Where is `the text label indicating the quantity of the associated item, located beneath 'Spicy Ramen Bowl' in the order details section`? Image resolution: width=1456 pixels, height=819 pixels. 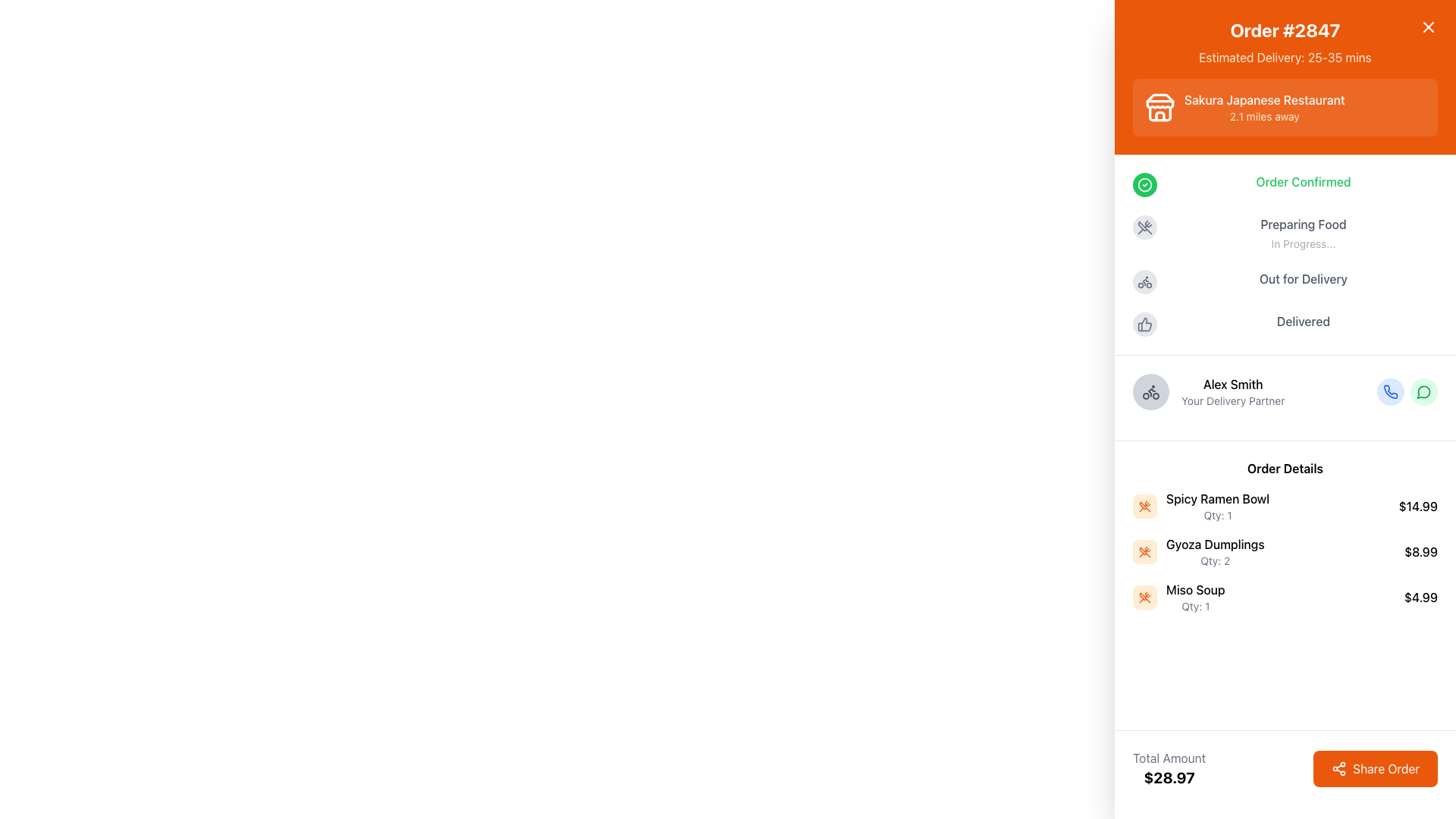
the text label indicating the quantity of the associated item, located beneath 'Spicy Ramen Bowl' in the order details section is located at coordinates (1218, 514).